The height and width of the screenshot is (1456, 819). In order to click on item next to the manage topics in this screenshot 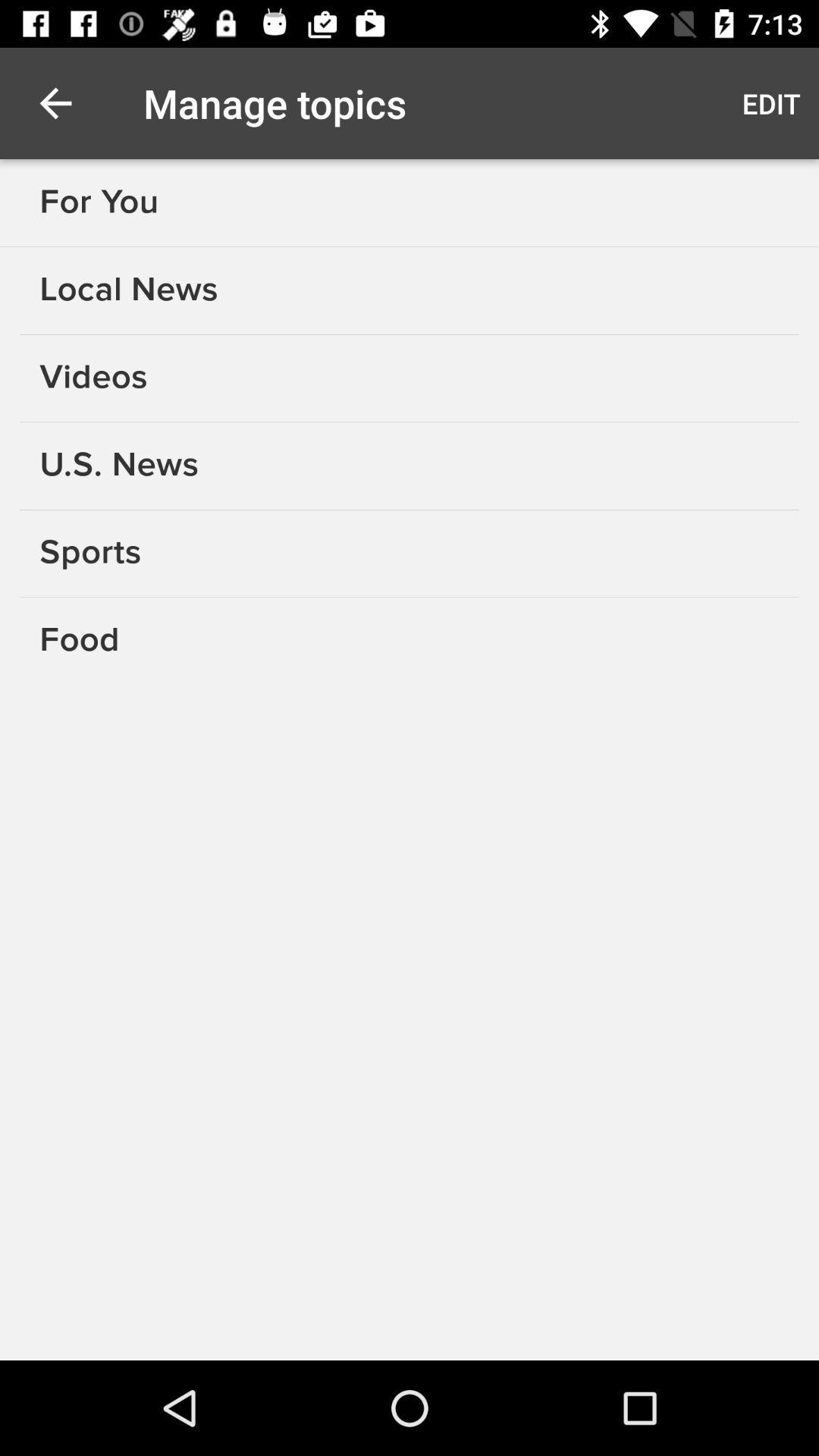, I will do `click(771, 102)`.